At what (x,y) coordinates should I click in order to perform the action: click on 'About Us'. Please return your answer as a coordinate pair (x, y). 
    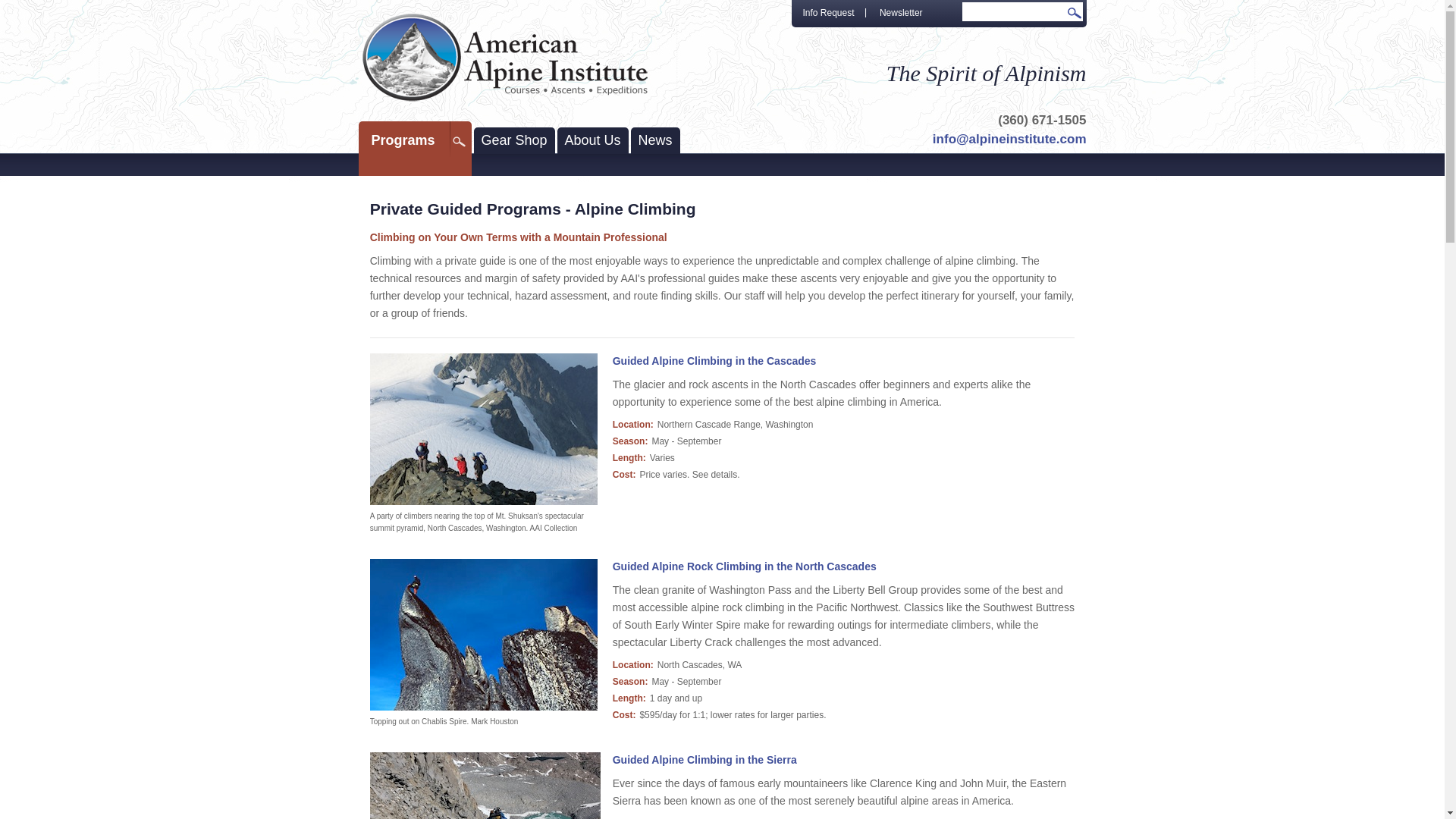
    Looking at the image, I should click on (556, 140).